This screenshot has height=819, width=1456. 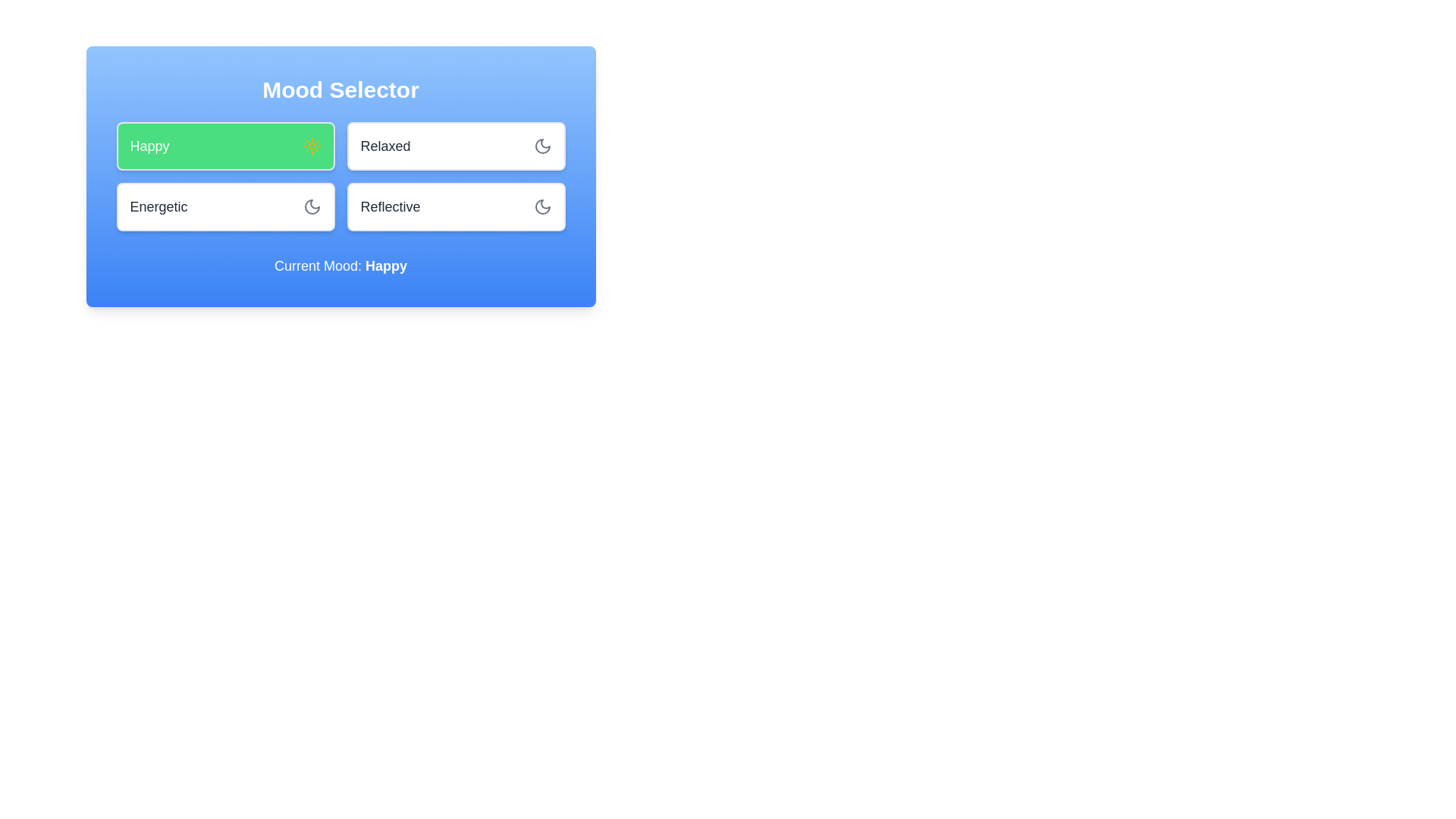 What do you see at coordinates (224, 146) in the screenshot?
I see `the 'Happy' button to observe its hover effect` at bounding box center [224, 146].